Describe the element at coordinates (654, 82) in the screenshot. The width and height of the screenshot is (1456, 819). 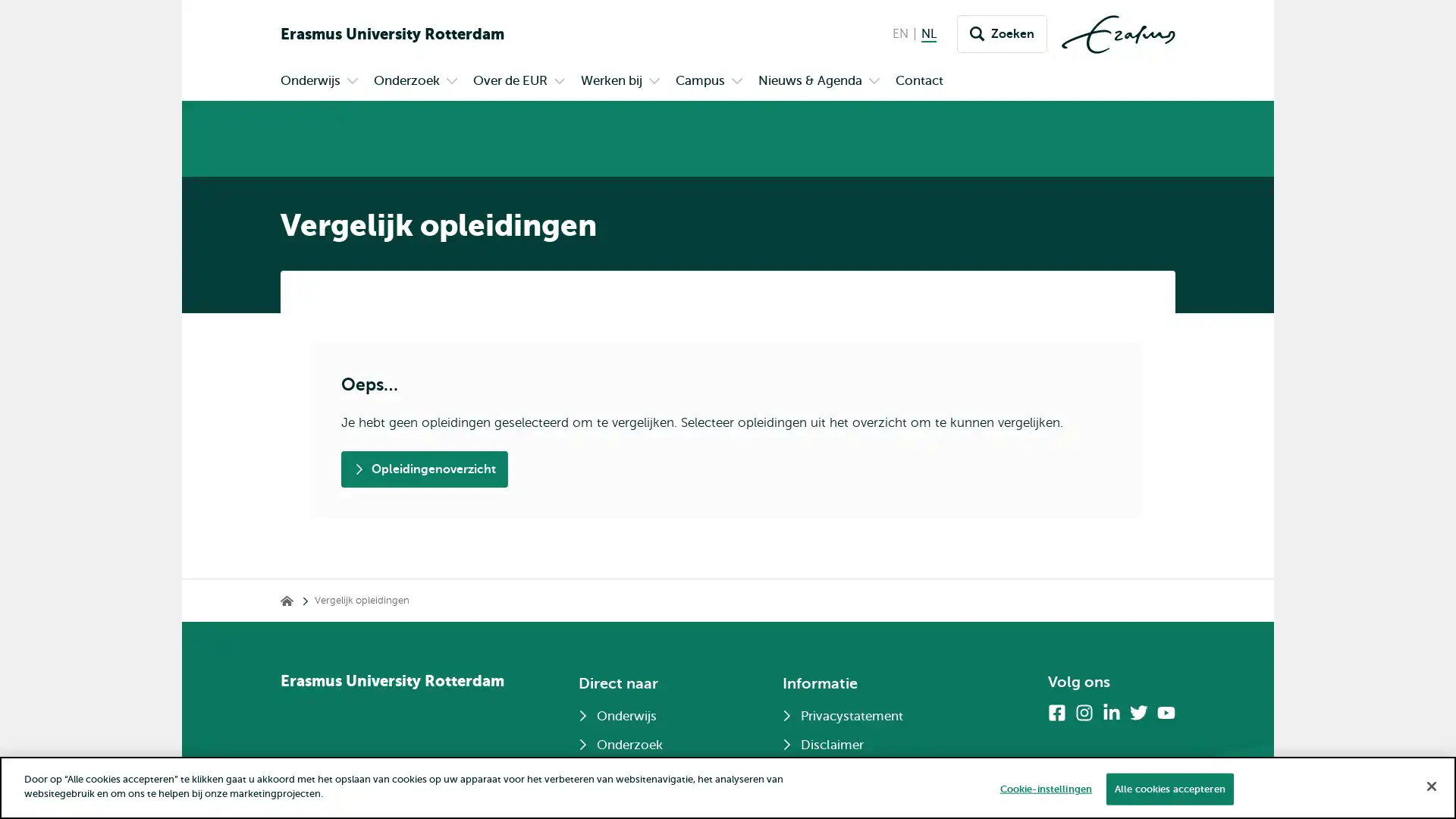
I see `Open submenu` at that location.